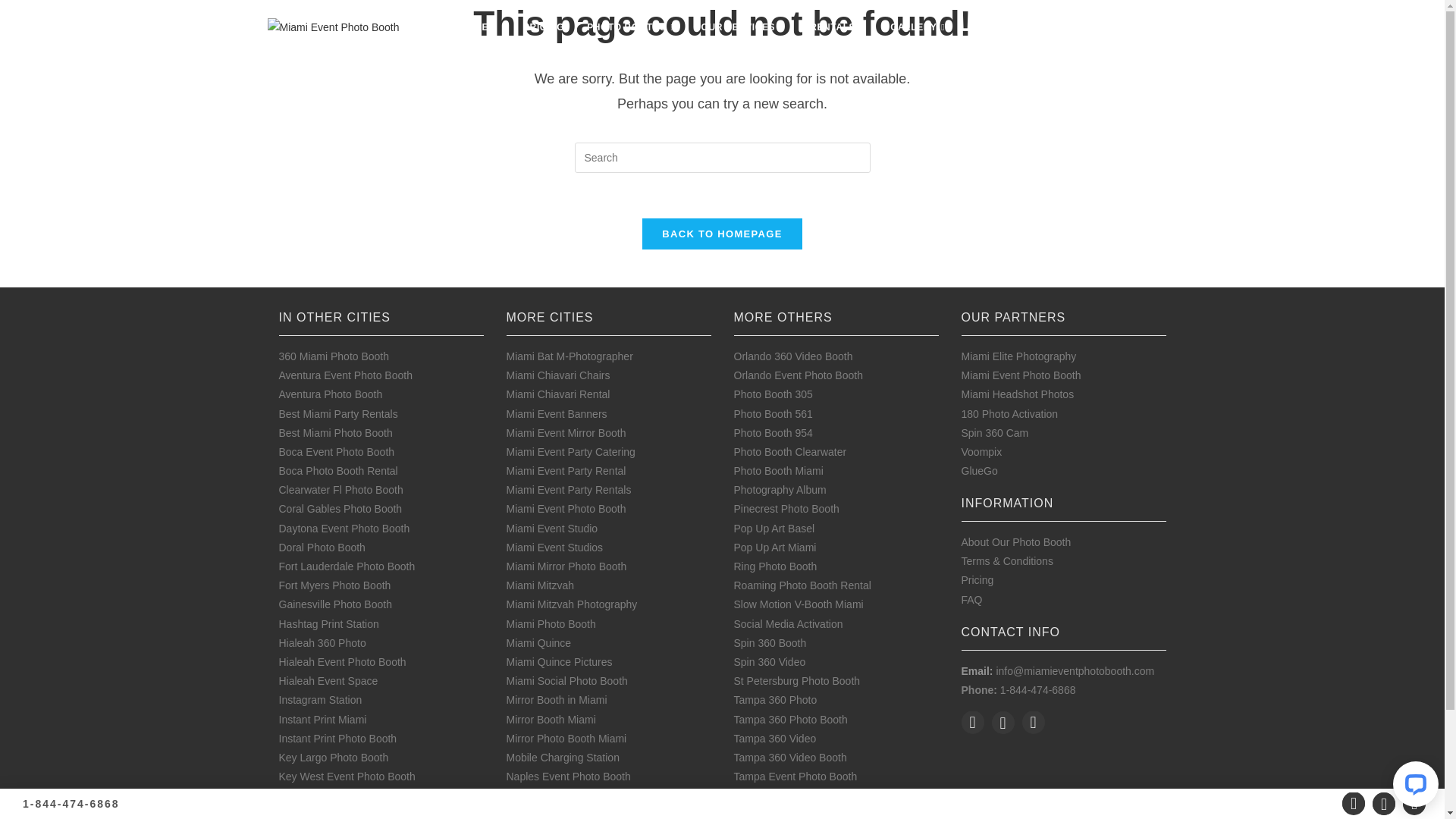  I want to click on 'Photo Booth Miami', so click(779, 470).